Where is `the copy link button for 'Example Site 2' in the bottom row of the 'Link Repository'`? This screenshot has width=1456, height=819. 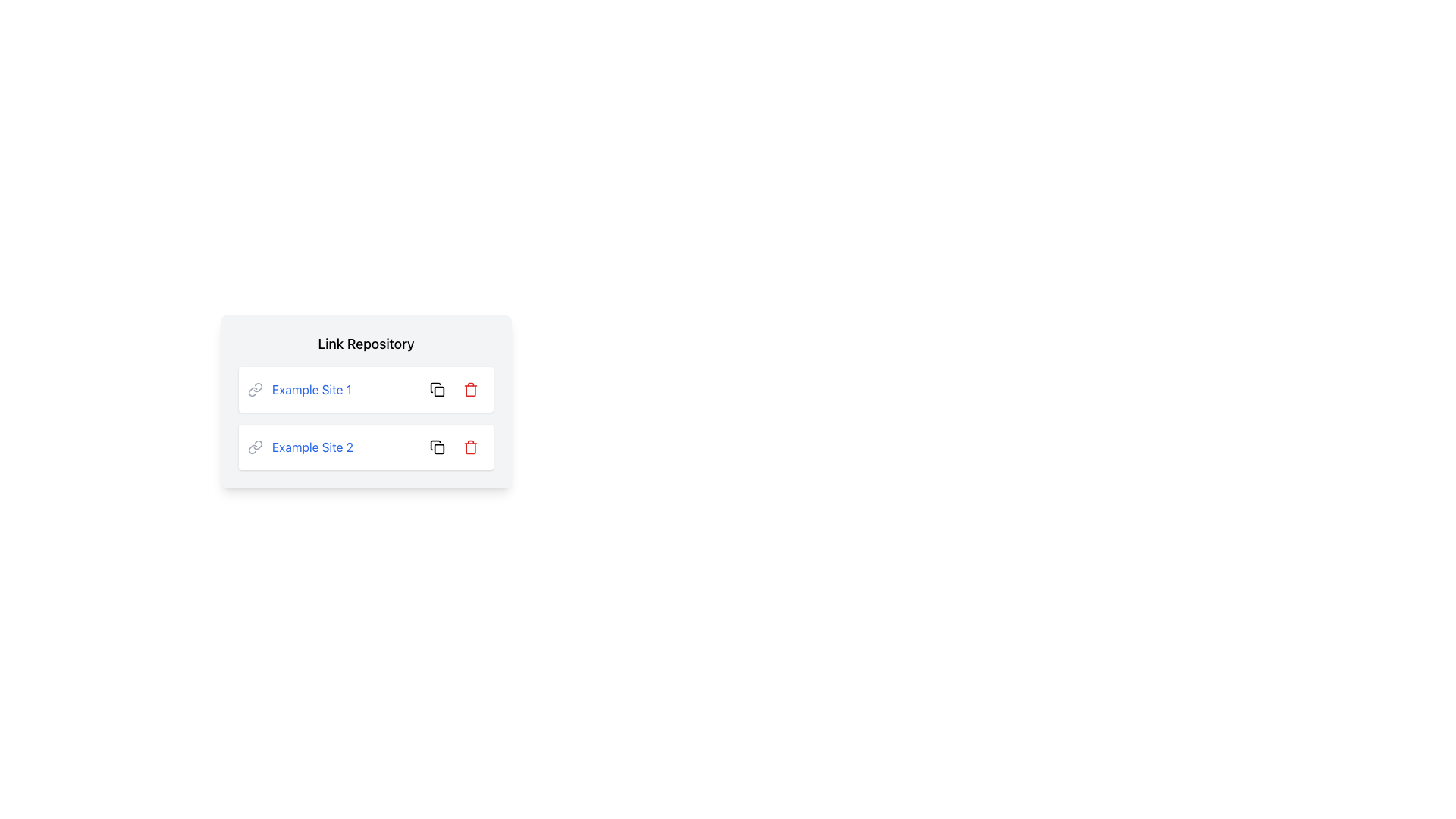
the copy link button for 'Example Site 2' in the bottom row of the 'Link Repository' is located at coordinates (436, 447).